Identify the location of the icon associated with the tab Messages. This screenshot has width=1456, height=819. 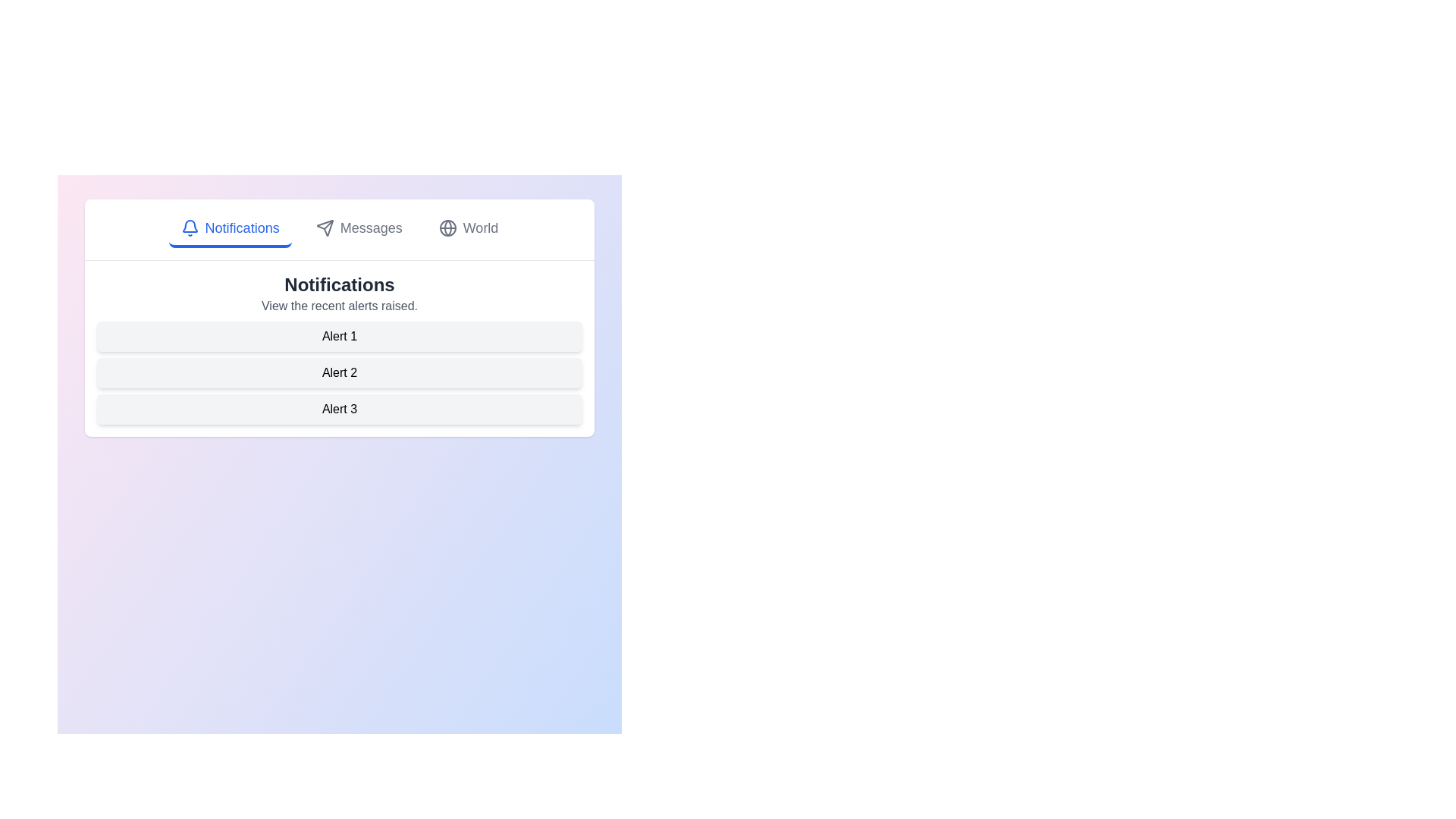
(324, 227).